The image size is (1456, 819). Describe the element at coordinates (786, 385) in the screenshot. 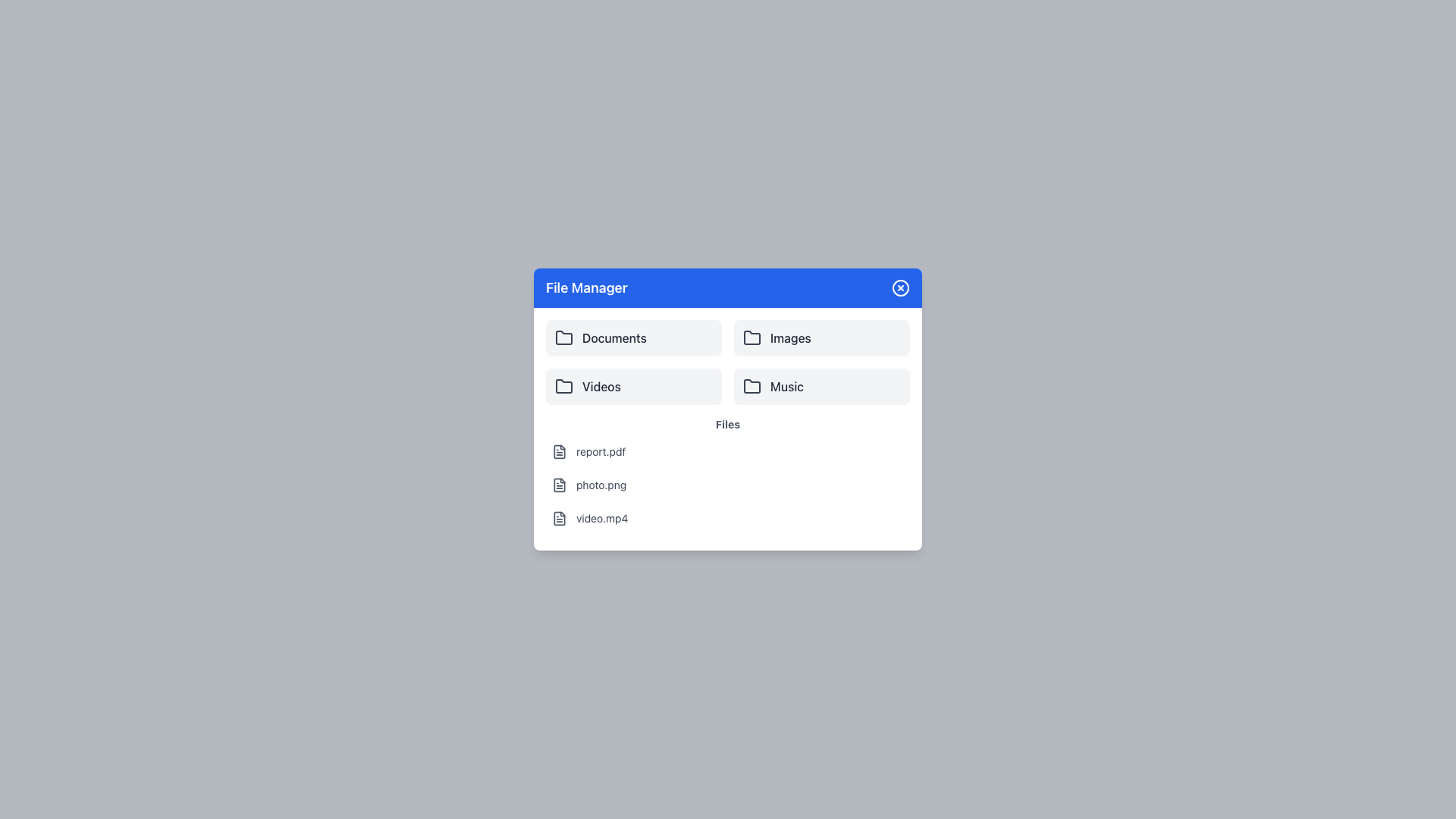

I see `label displaying the text 'Music', which is located to the right of a folder icon in a labeled button representing a folder` at that location.